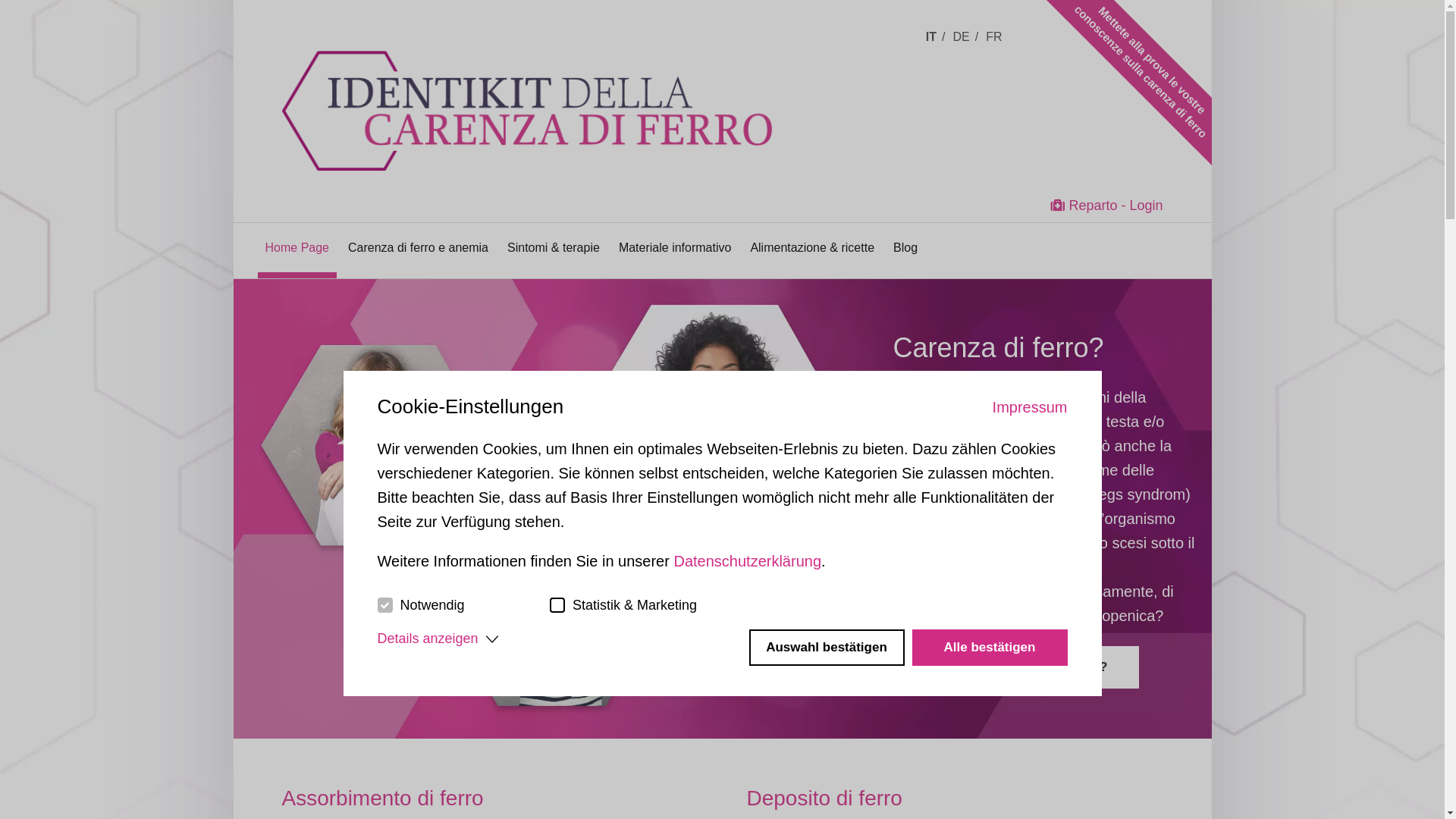  Describe the element at coordinates (952, 36) in the screenshot. I see `'DE'` at that location.